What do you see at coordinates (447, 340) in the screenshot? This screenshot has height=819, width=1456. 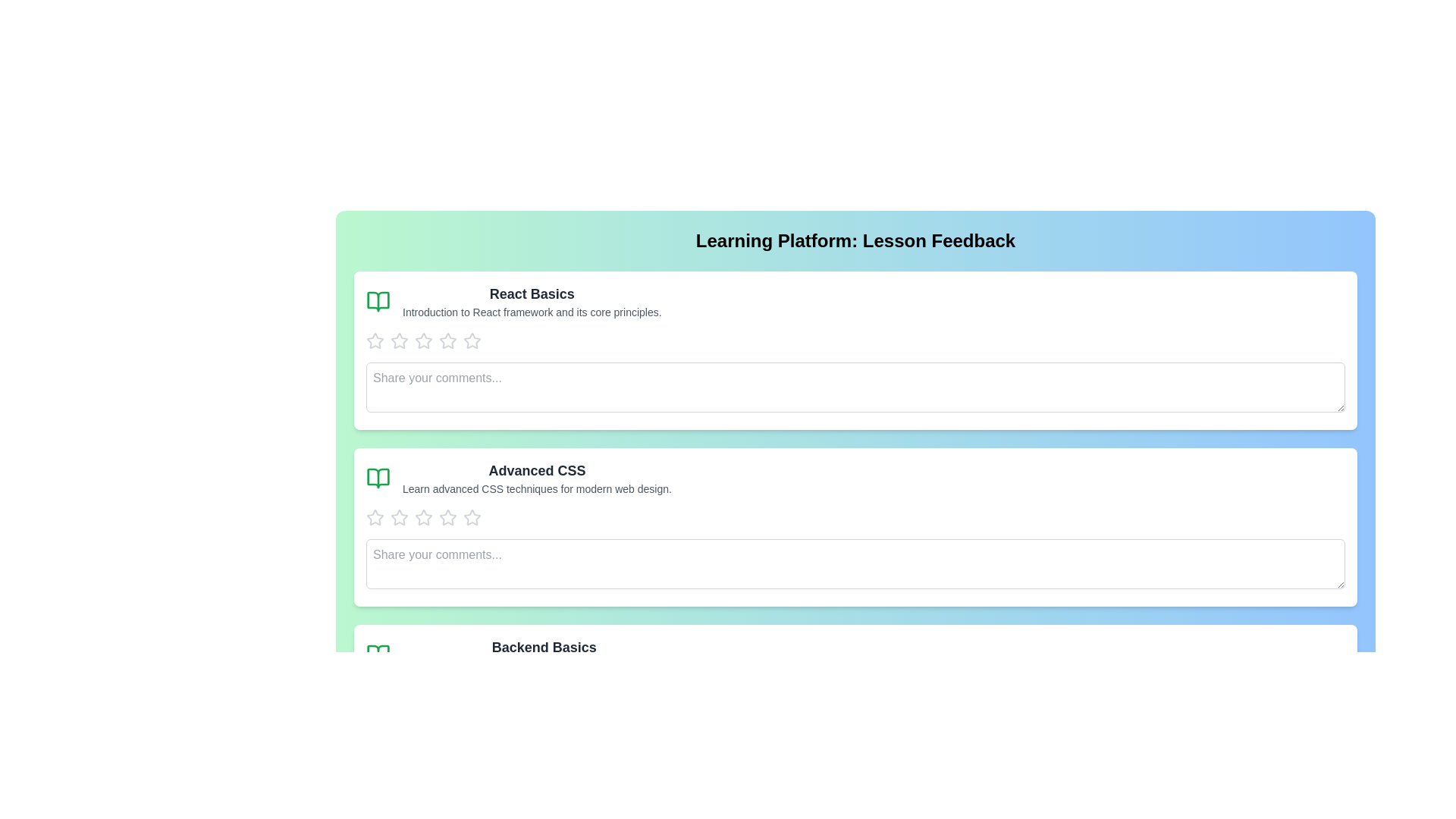 I see `the third star icon in the rating mechanism under the 'React Basics' section` at bounding box center [447, 340].